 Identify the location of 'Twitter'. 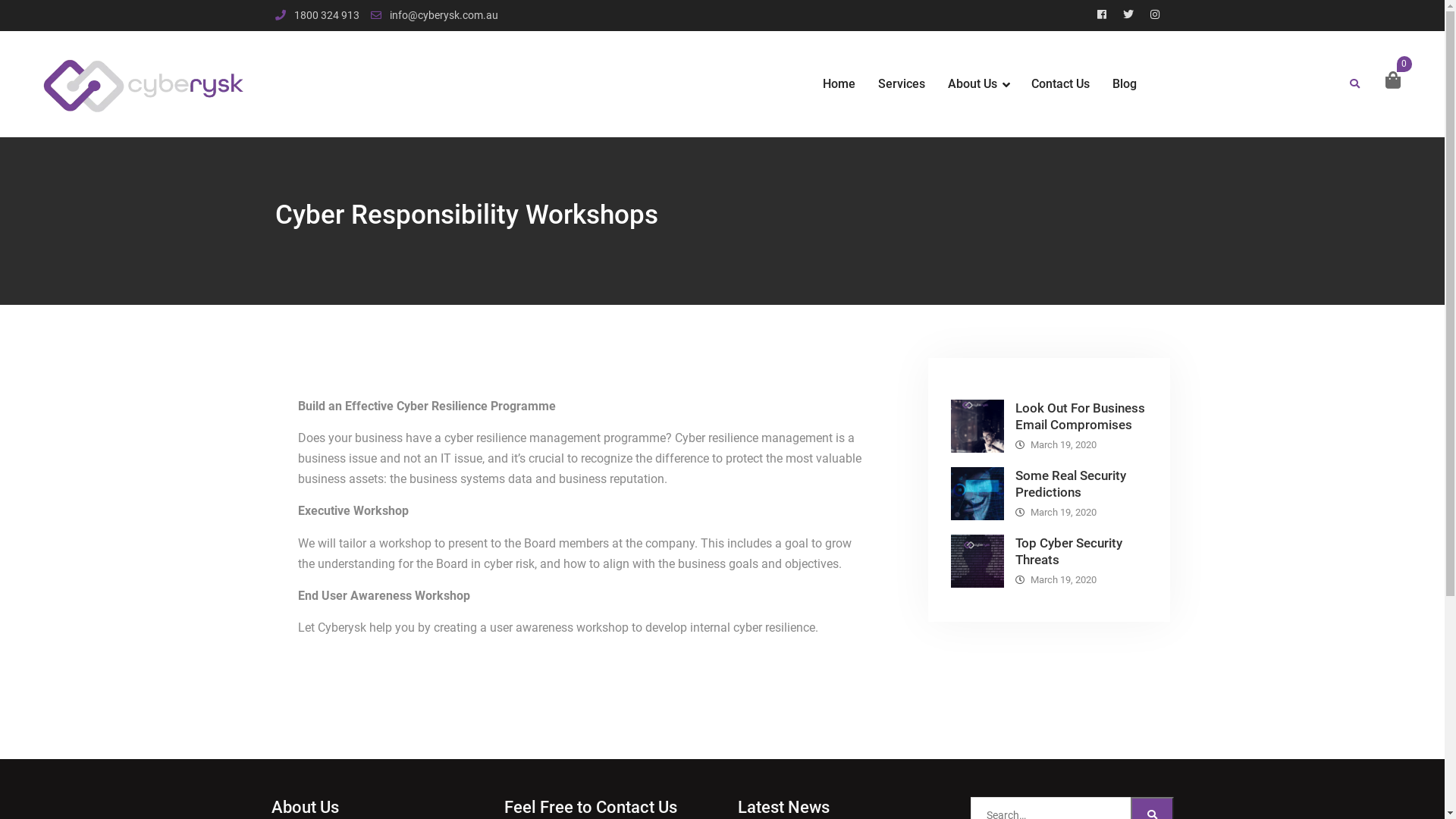
(1128, 14).